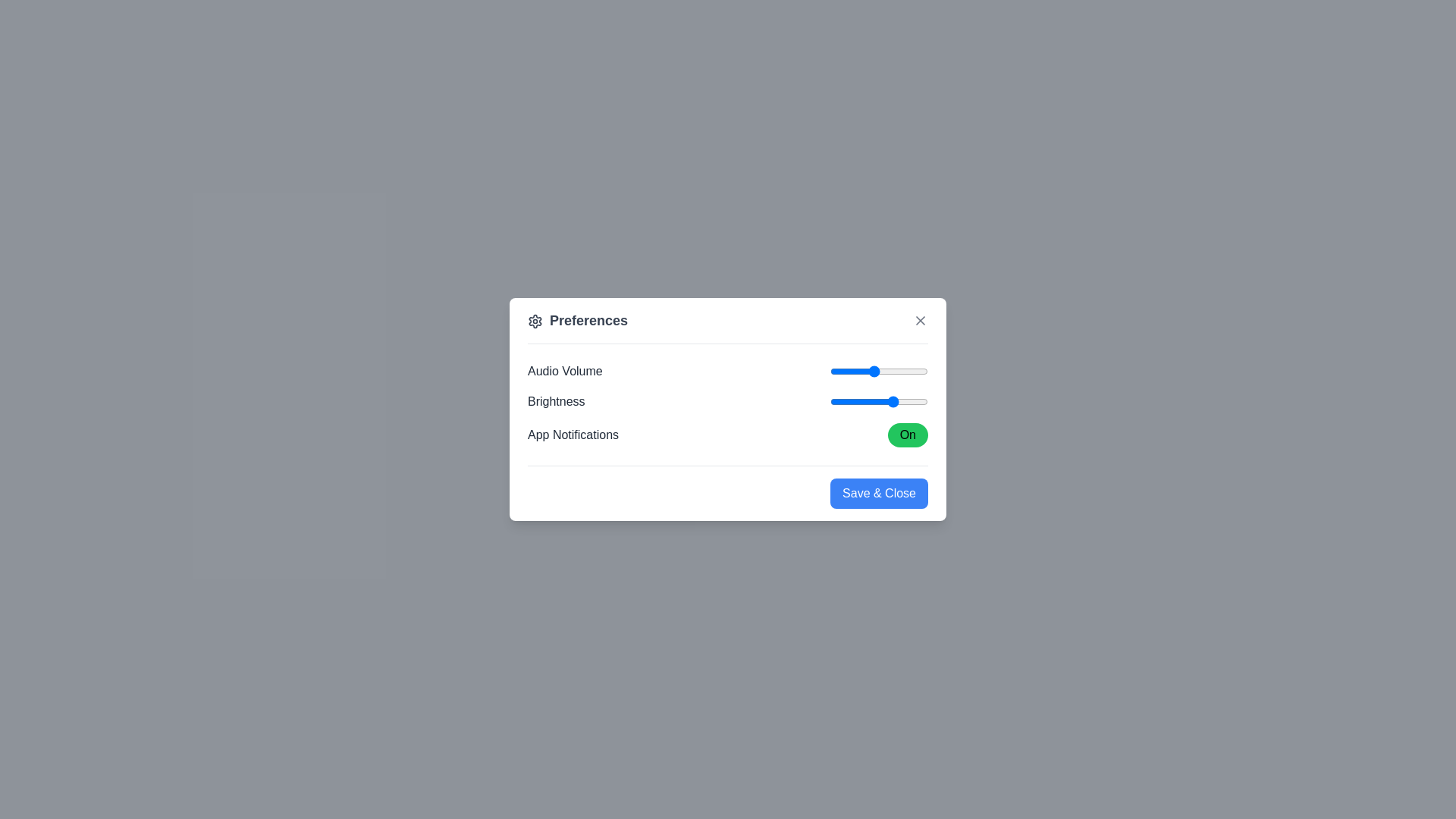 The image size is (1456, 819). What do you see at coordinates (878, 494) in the screenshot?
I see `the 'Save & Close' button to save changes and close the dialog` at bounding box center [878, 494].